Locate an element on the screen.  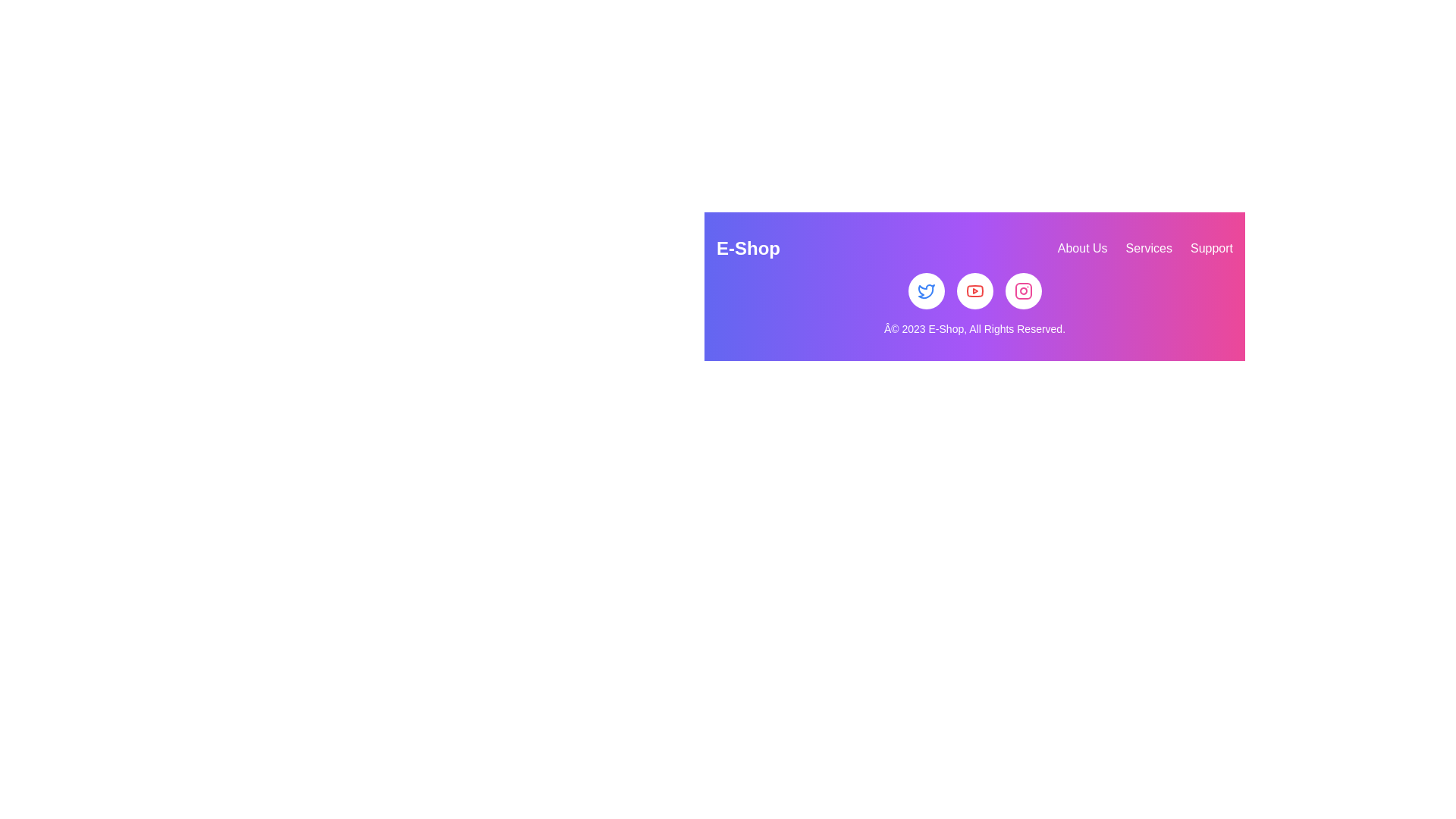
the 'Support' hyperlink located at the far right of the navigation menu to observe the interactive underline effect is located at coordinates (1211, 247).